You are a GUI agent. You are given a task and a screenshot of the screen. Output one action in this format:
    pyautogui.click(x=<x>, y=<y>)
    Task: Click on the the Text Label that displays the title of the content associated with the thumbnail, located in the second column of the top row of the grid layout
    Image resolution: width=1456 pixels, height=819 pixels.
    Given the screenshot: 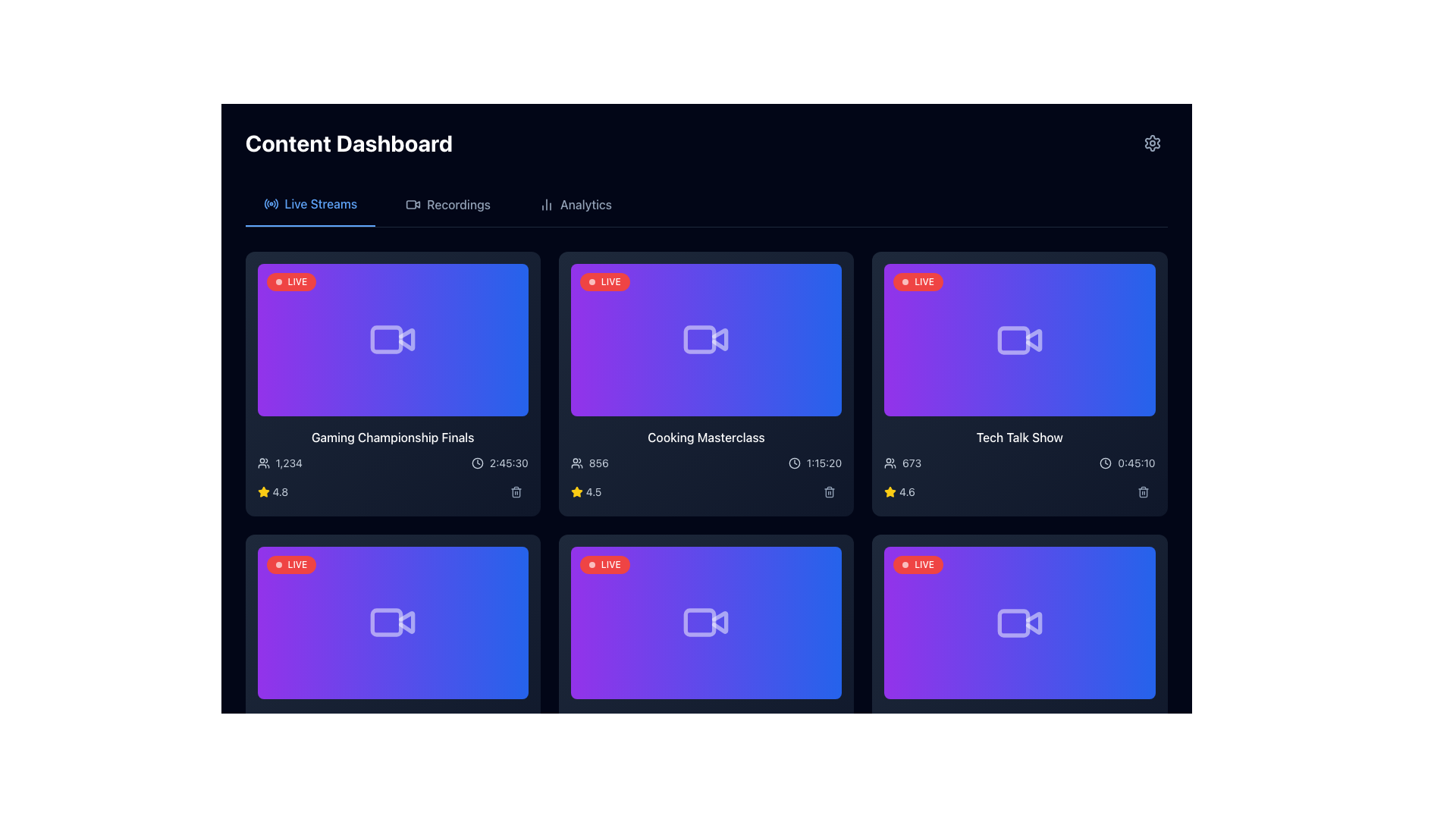 What is the action you would take?
    pyautogui.click(x=705, y=437)
    